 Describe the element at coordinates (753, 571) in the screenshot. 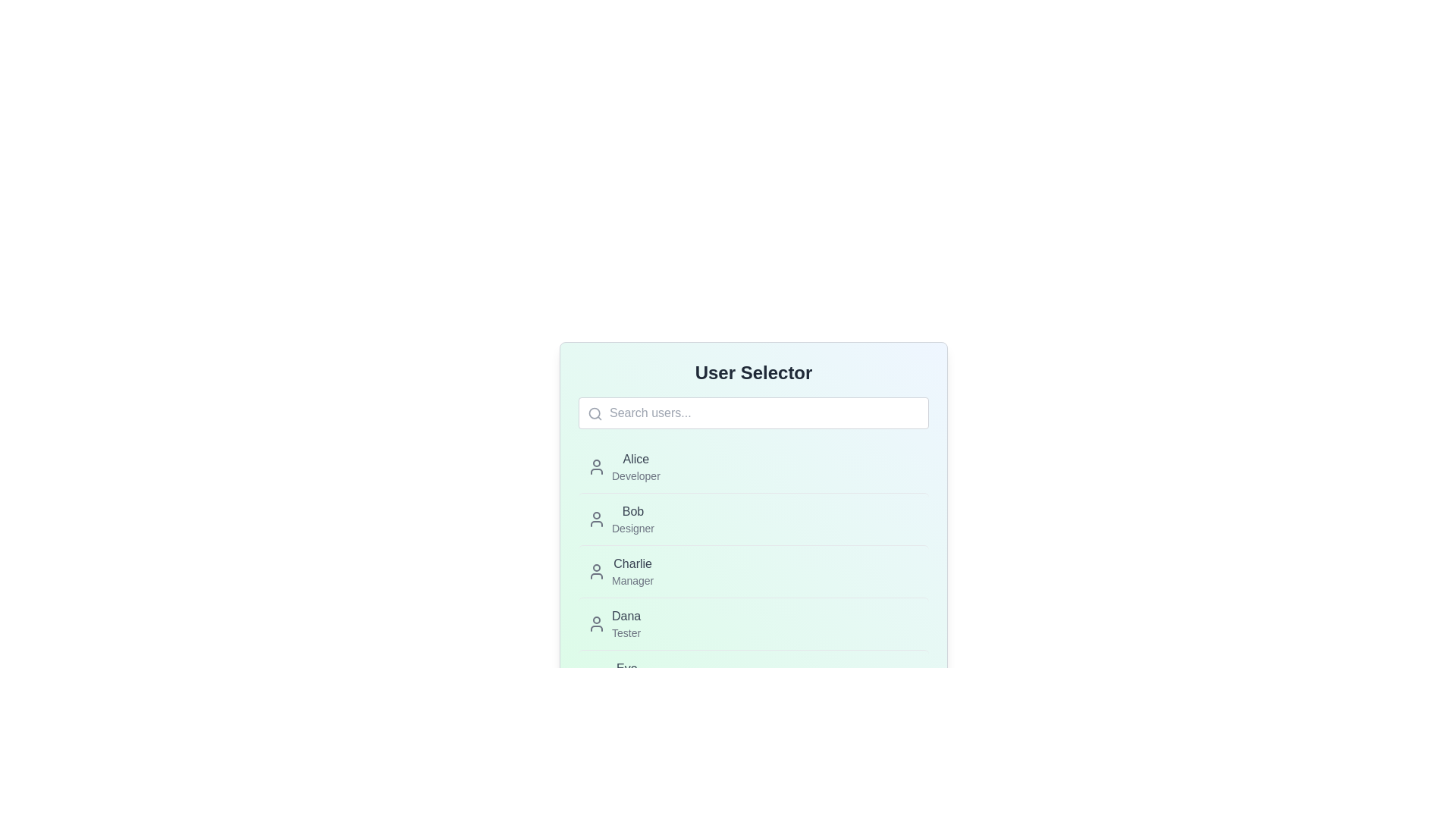

I see `the selectable list item representing the user 'Charlie' with the role 'Manager', which is the third entry in the 'User Selector' section` at that location.